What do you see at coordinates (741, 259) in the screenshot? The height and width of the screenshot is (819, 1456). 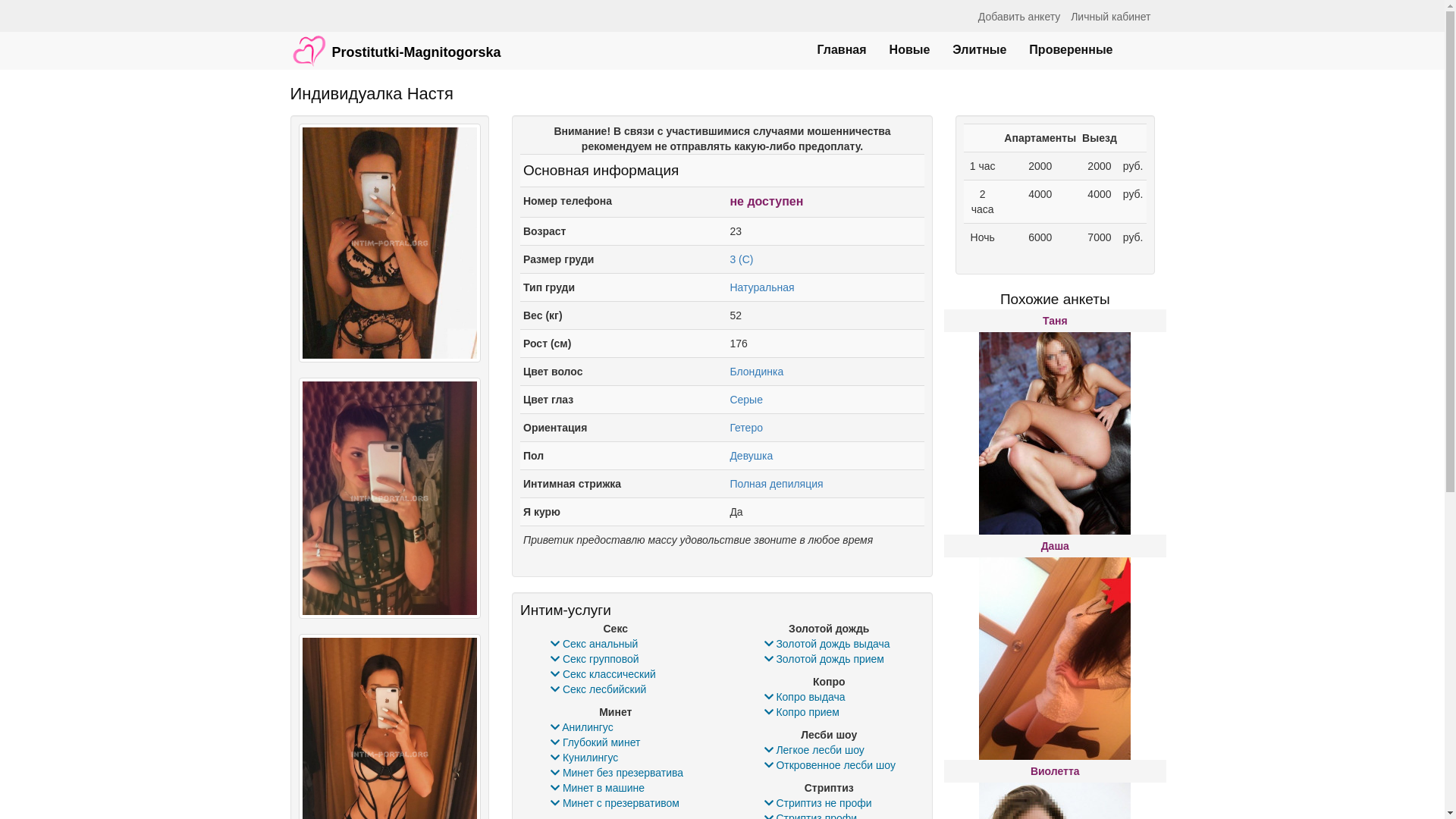 I see `'3 (C)'` at bounding box center [741, 259].